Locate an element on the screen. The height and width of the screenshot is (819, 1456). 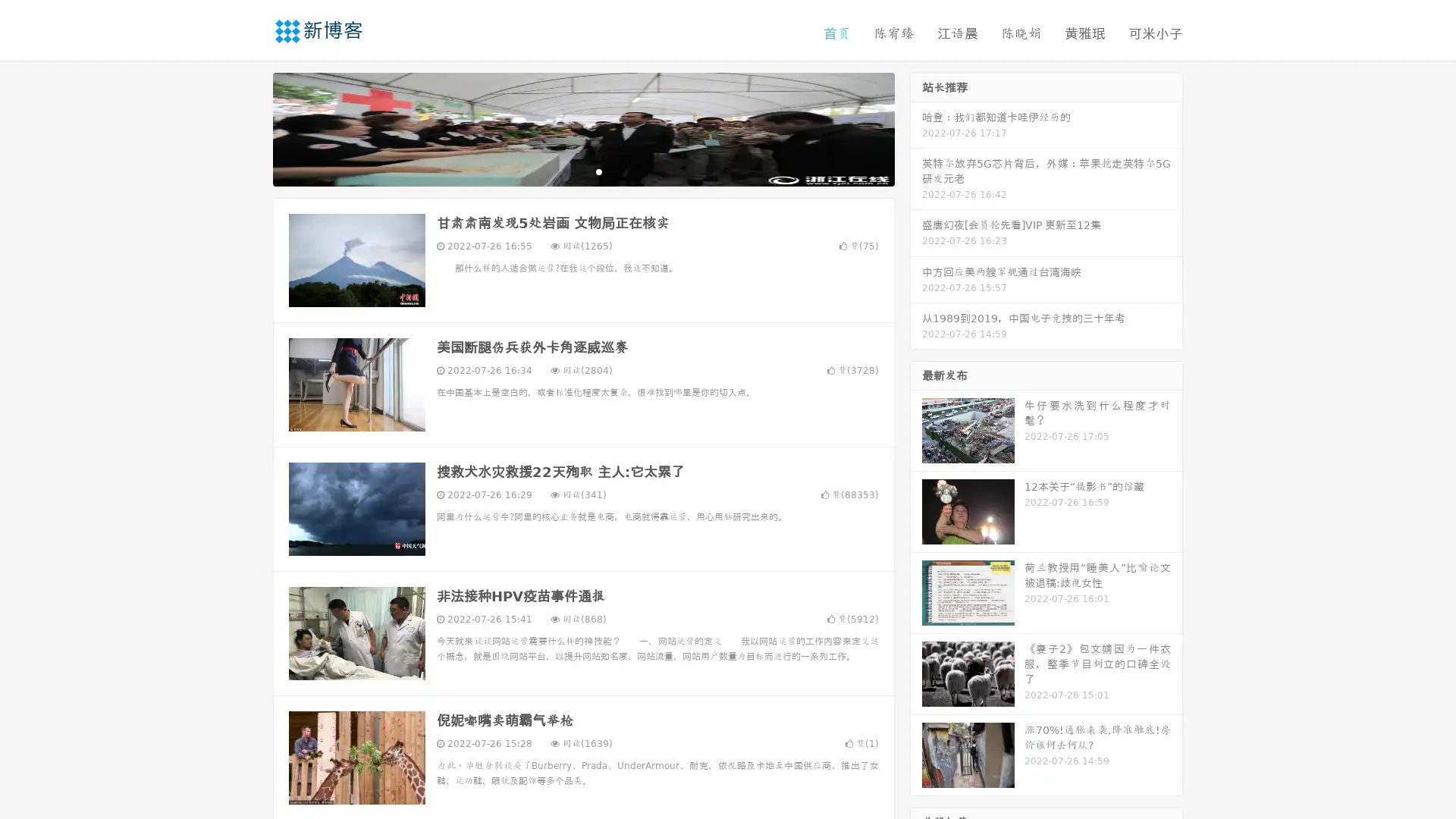
Go to slide 3 is located at coordinates (598, 171).